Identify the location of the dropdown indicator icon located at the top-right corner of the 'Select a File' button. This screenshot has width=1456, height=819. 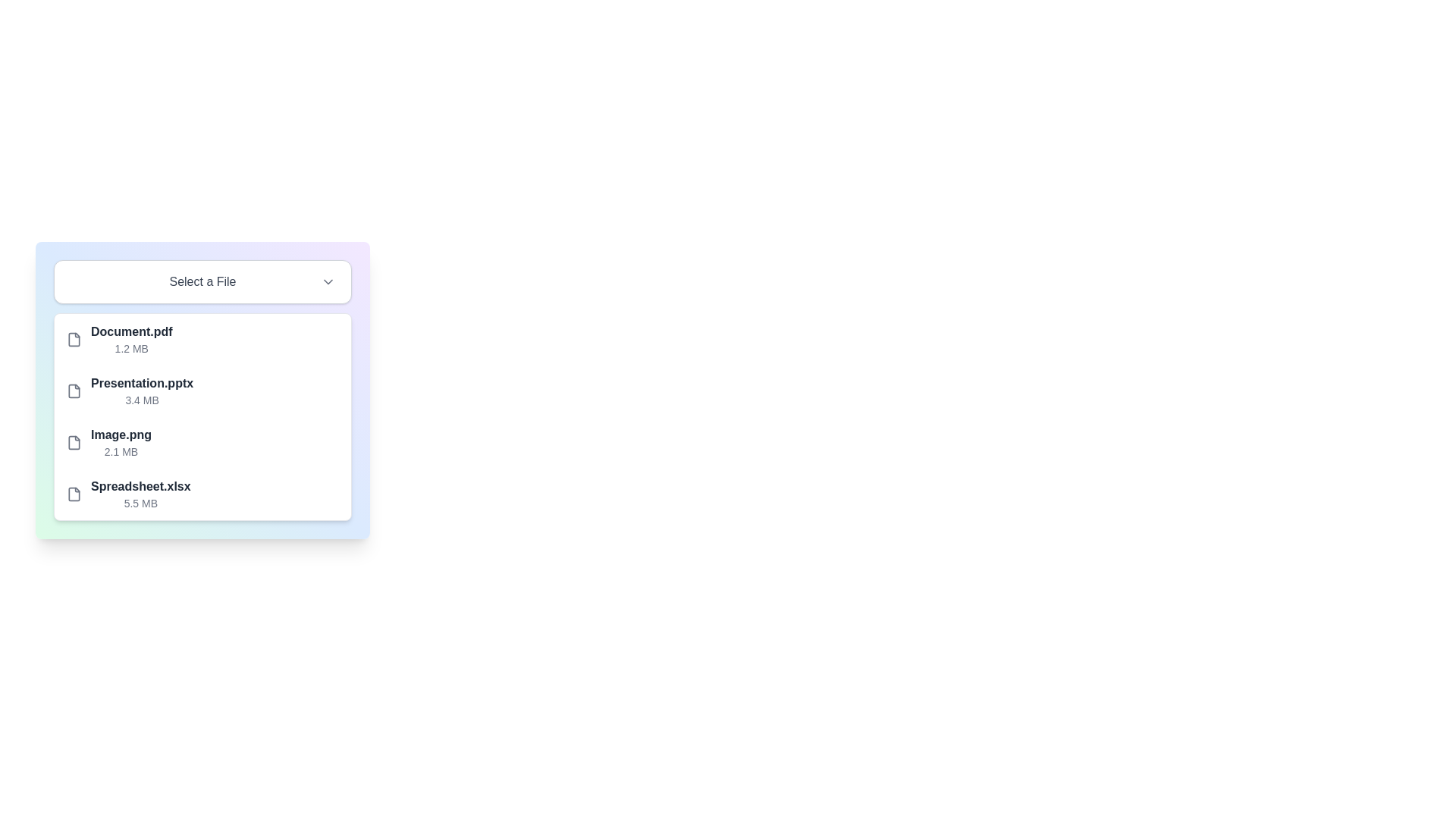
(327, 281).